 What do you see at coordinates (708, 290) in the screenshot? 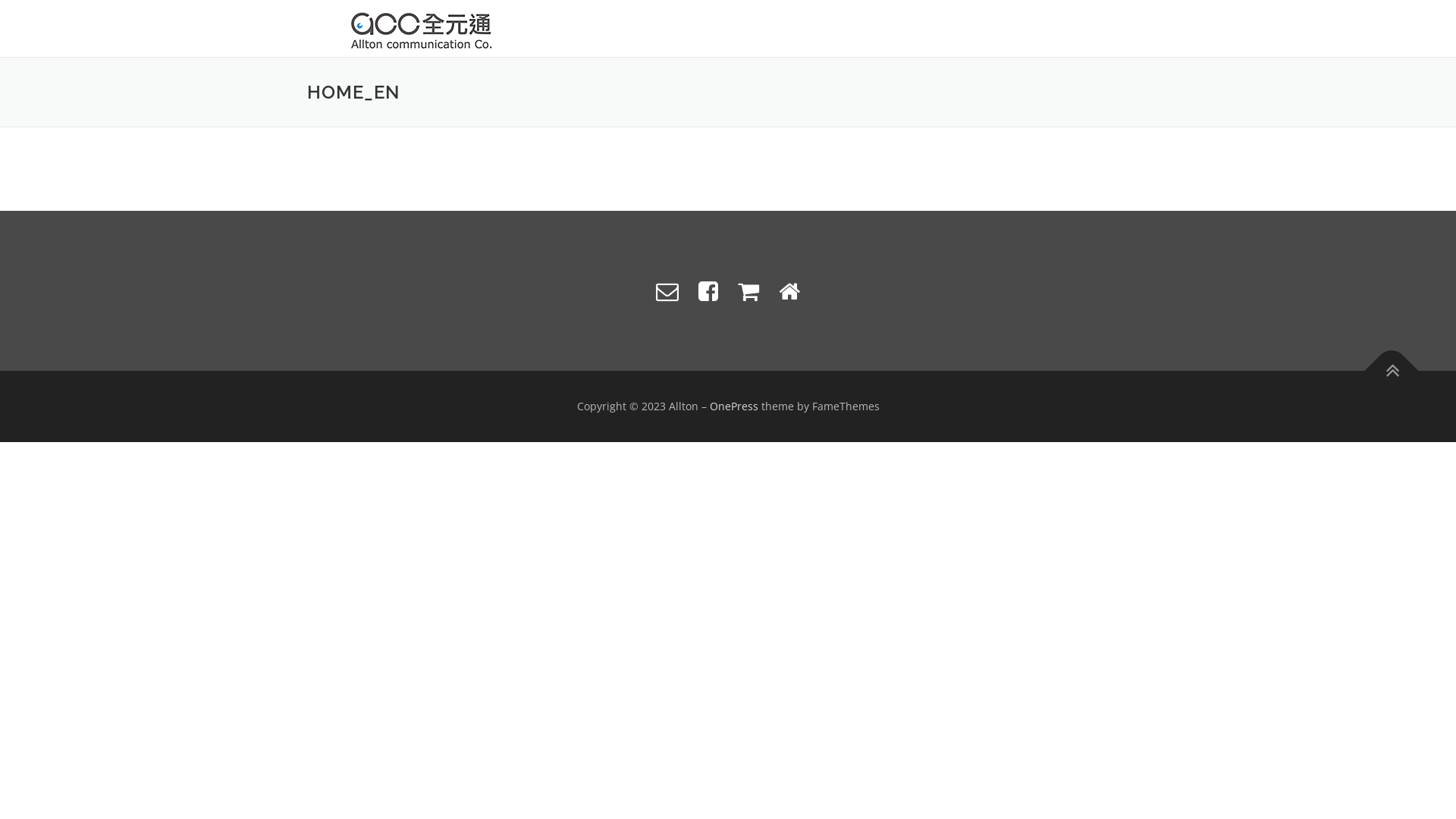
I see `'FB'` at bounding box center [708, 290].